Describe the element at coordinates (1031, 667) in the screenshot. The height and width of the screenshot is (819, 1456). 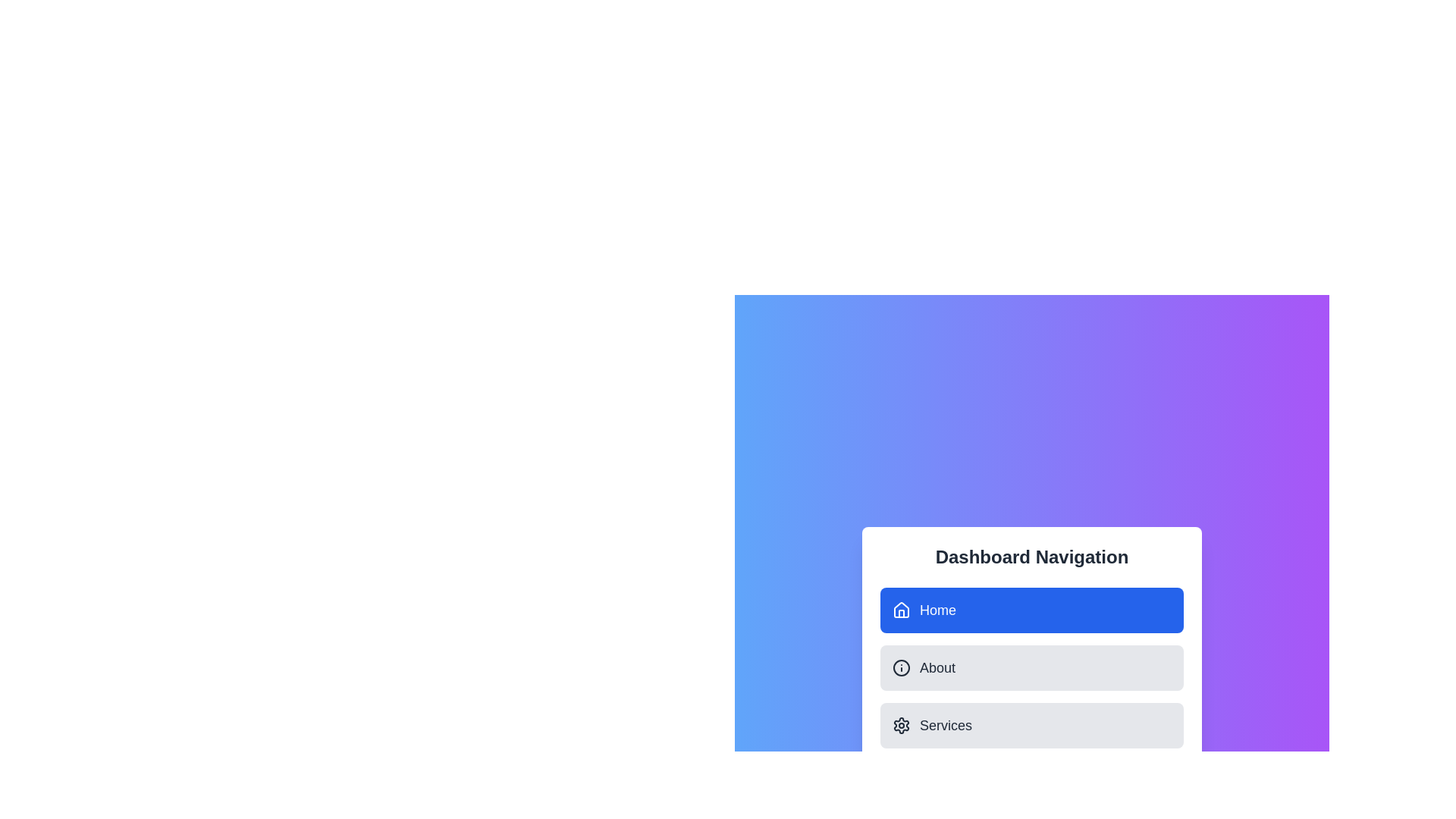
I see `the 'About' button, which is the second button in the navigation section, located below the 'Home' button and above the 'Services' button` at that location.